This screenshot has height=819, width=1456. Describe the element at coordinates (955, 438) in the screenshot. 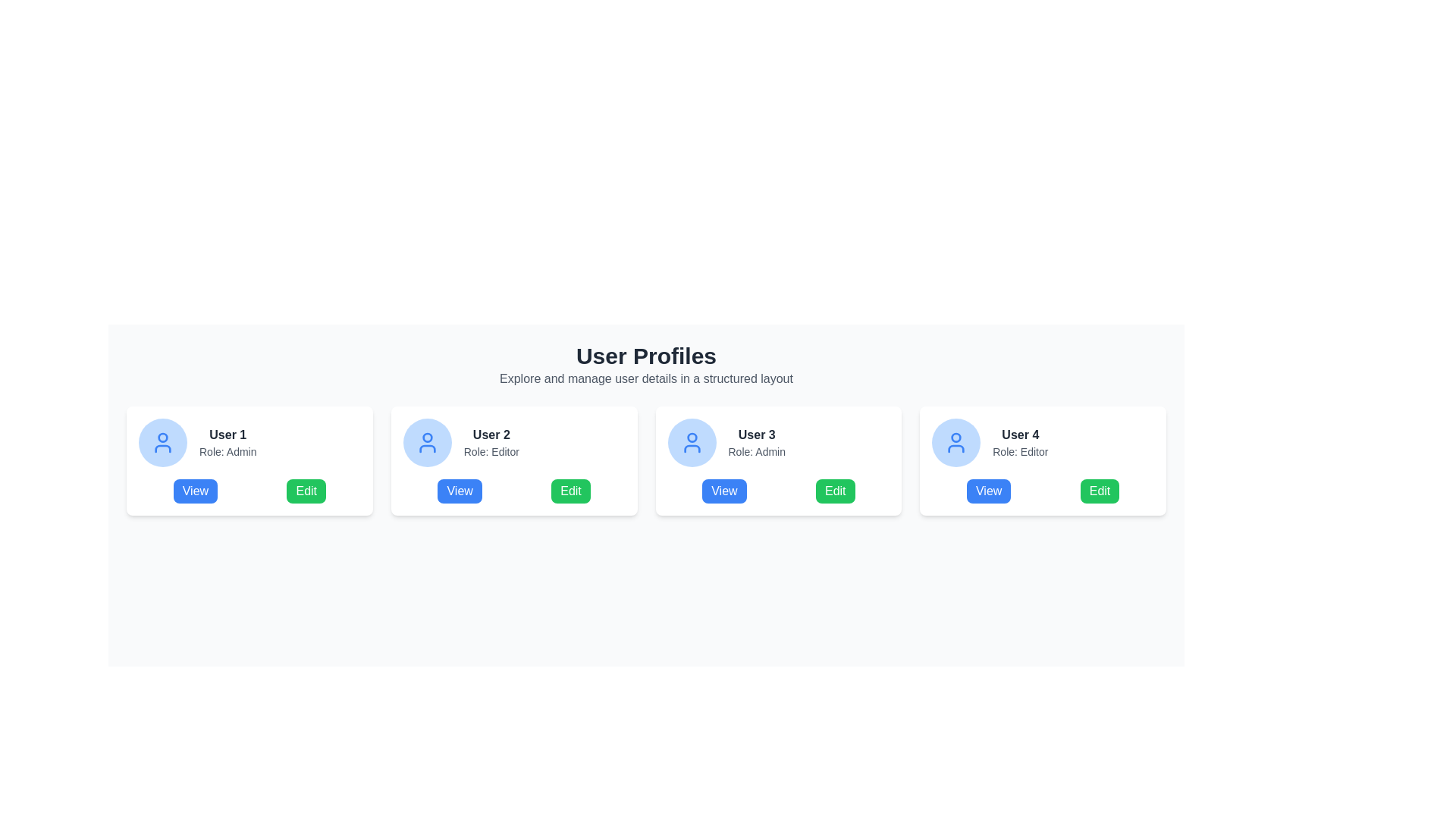

I see `the user avatar icon representing 'User 4' located in the card labeled 'User 4: Role Editor', positioned above the 'View' and 'Edit' buttons` at that location.